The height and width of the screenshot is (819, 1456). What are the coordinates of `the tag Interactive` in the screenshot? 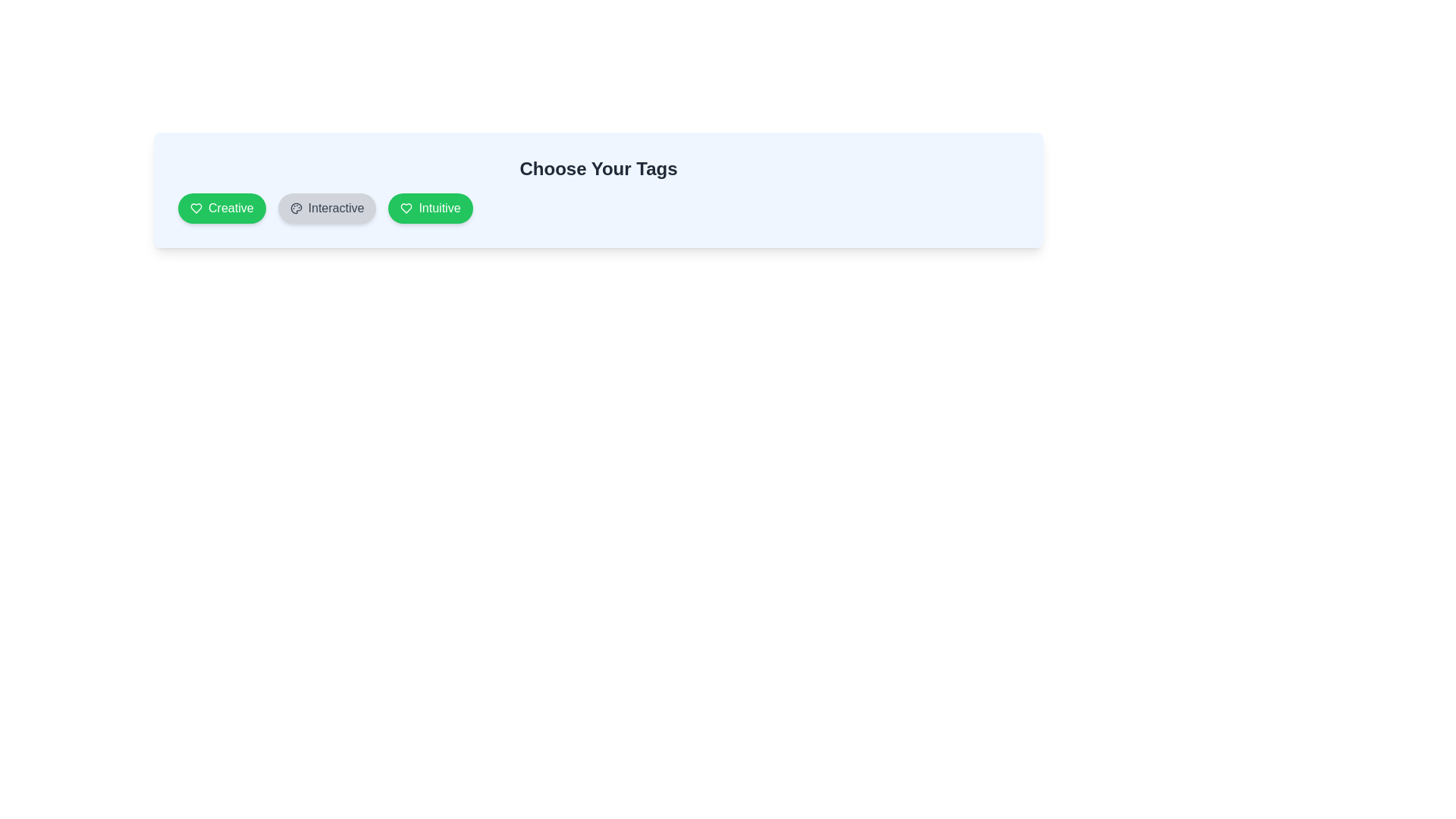 It's located at (326, 208).